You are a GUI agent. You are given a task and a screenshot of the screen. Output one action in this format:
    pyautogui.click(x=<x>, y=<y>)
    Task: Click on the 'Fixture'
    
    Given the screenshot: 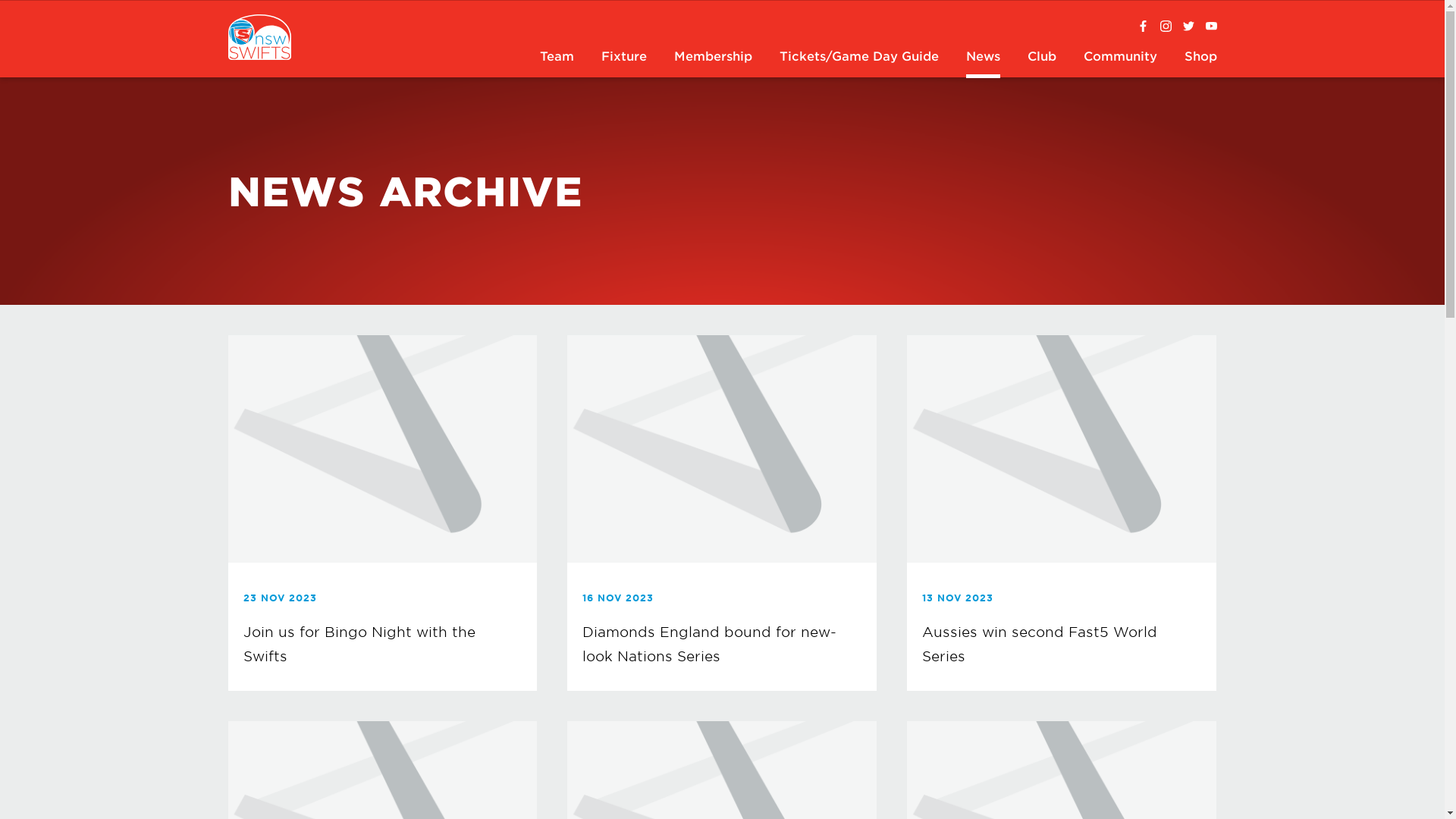 What is the action you would take?
    pyautogui.click(x=623, y=57)
    